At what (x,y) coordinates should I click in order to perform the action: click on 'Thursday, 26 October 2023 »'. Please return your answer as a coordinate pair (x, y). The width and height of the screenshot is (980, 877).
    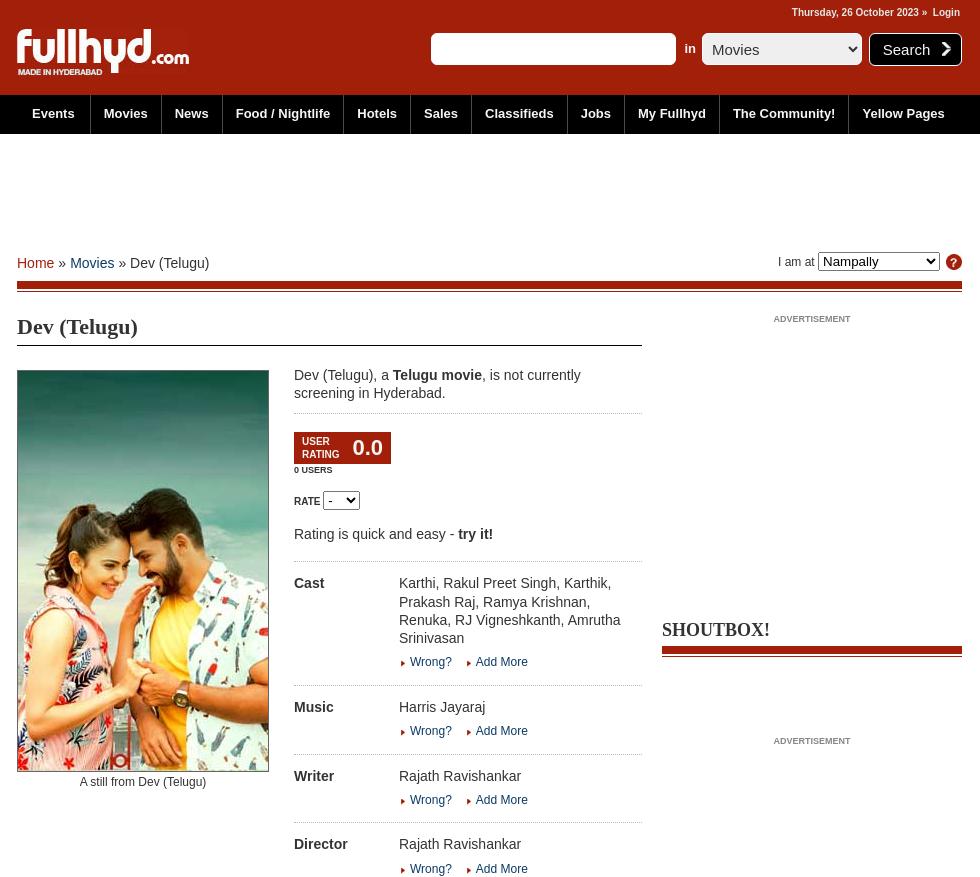
    Looking at the image, I should click on (861, 11).